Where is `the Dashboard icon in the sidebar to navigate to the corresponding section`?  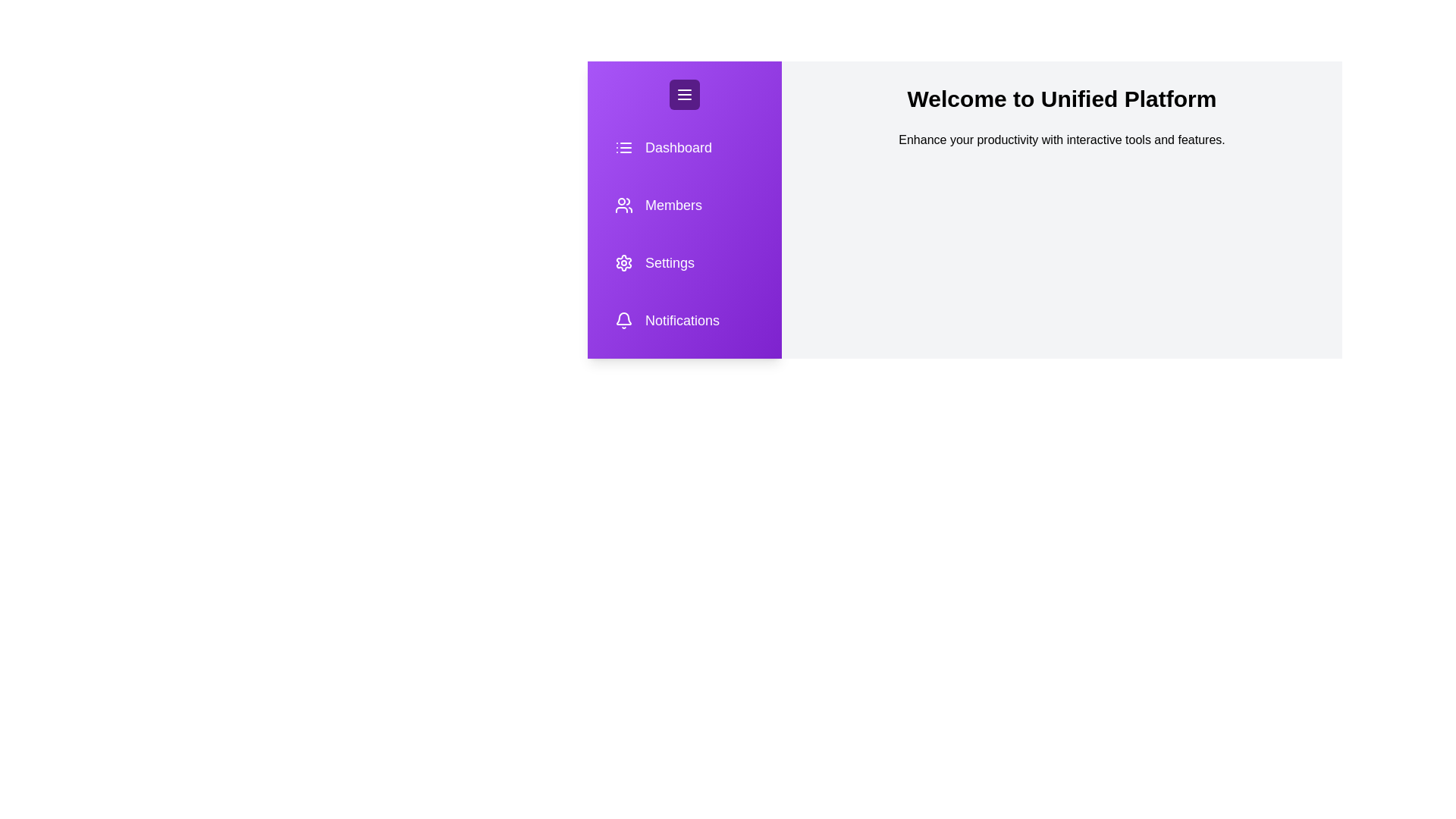 the Dashboard icon in the sidebar to navigate to the corresponding section is located at coordinates (683, 148).